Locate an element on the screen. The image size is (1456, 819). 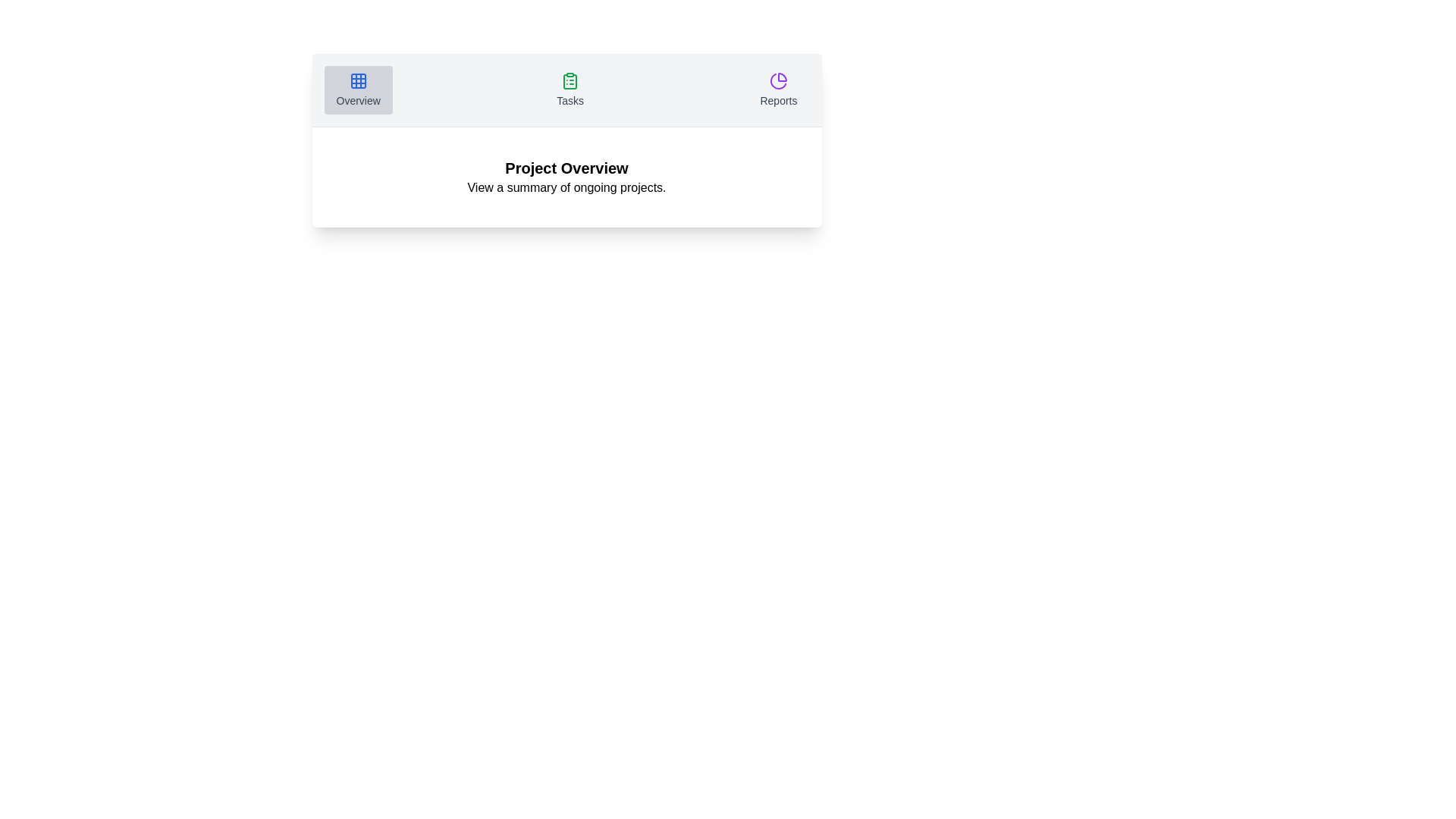
the tab button labeled Overview to observe its visual change is located at coordinates (357, 90).